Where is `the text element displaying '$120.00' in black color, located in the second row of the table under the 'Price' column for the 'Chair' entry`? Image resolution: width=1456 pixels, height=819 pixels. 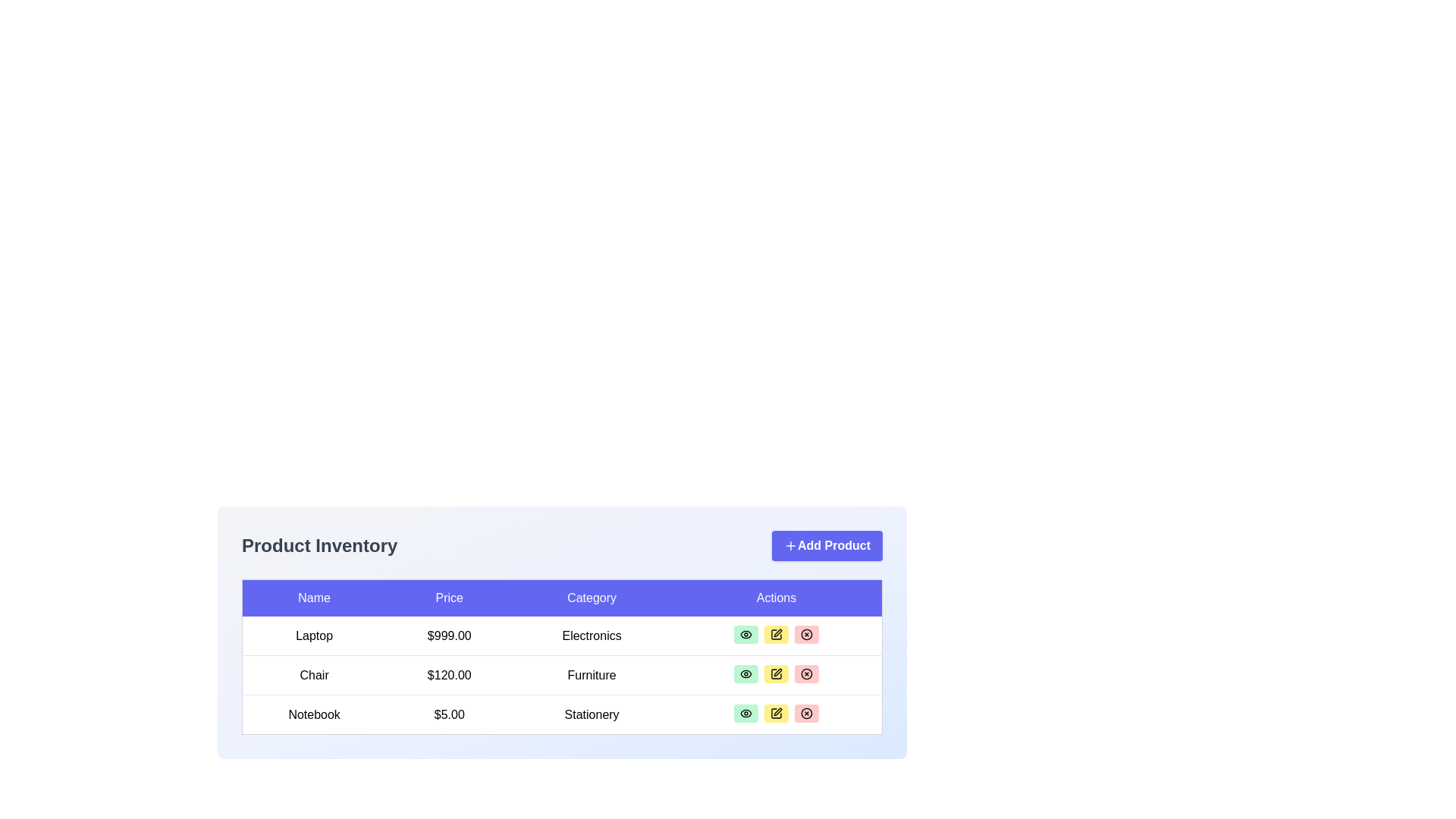 the text element displaying '$120.00' in black color, located in the second row of the table under the 'Price' column for the 'Chair' entry is located at coordinates (448, 674).